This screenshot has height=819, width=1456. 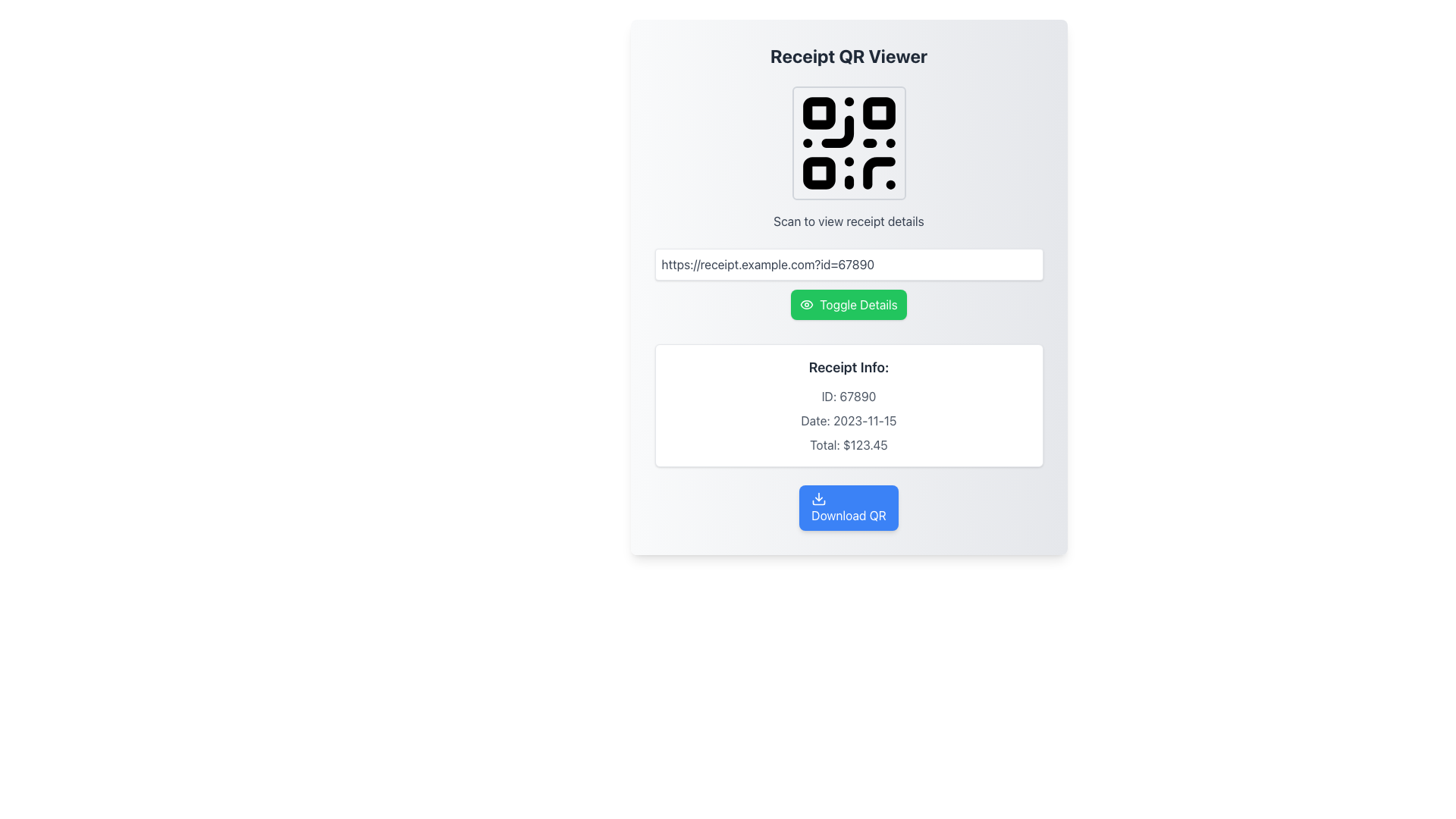 What do you see at coordinates (848, 284) in the screenshot?
I see `the green 'Toggle Details' button with an eye icon, located below the URL input box` at bounding box center [848, 284].